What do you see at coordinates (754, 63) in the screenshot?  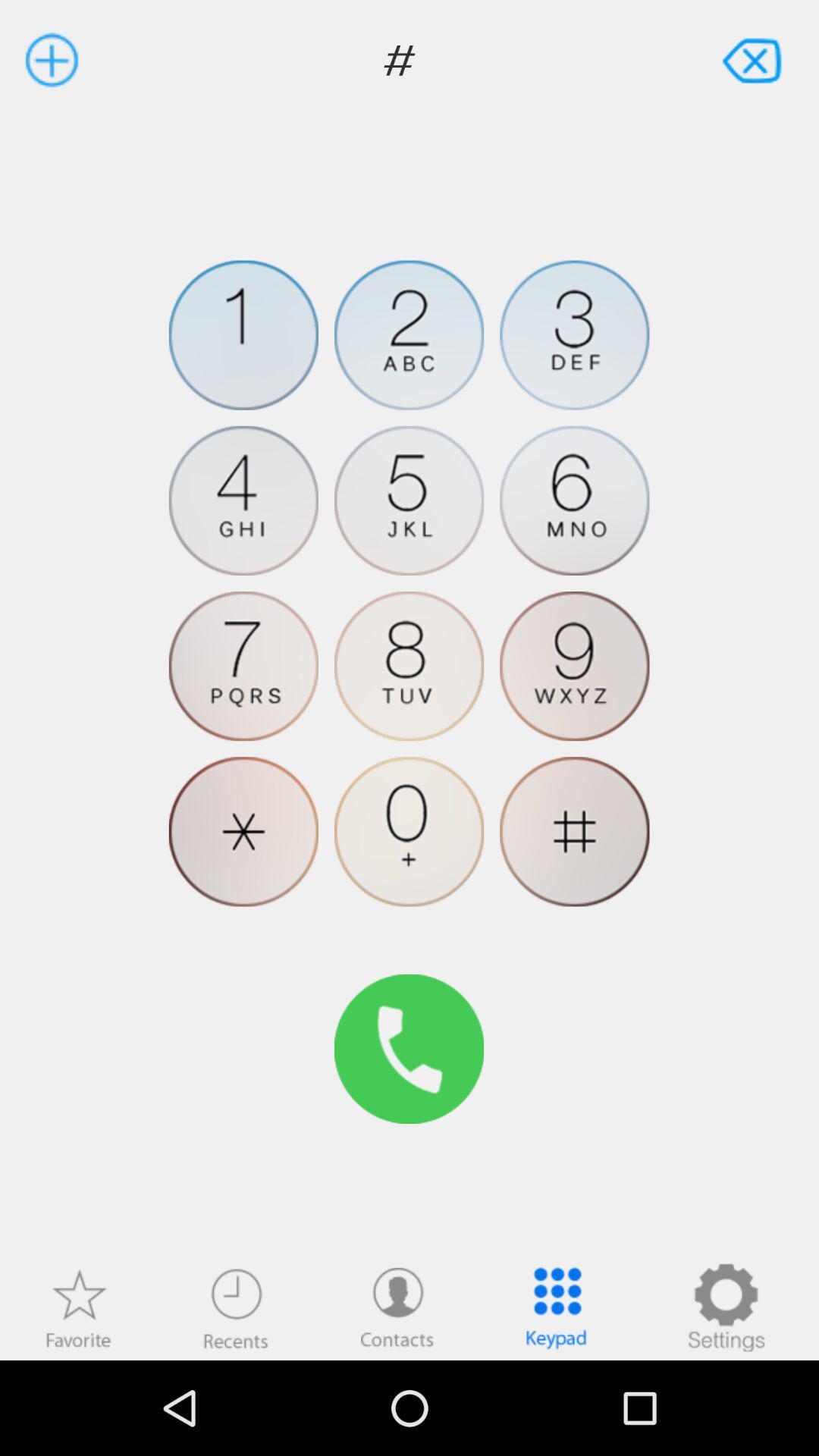 I see `the close icon` at bounding box center [754, 63].